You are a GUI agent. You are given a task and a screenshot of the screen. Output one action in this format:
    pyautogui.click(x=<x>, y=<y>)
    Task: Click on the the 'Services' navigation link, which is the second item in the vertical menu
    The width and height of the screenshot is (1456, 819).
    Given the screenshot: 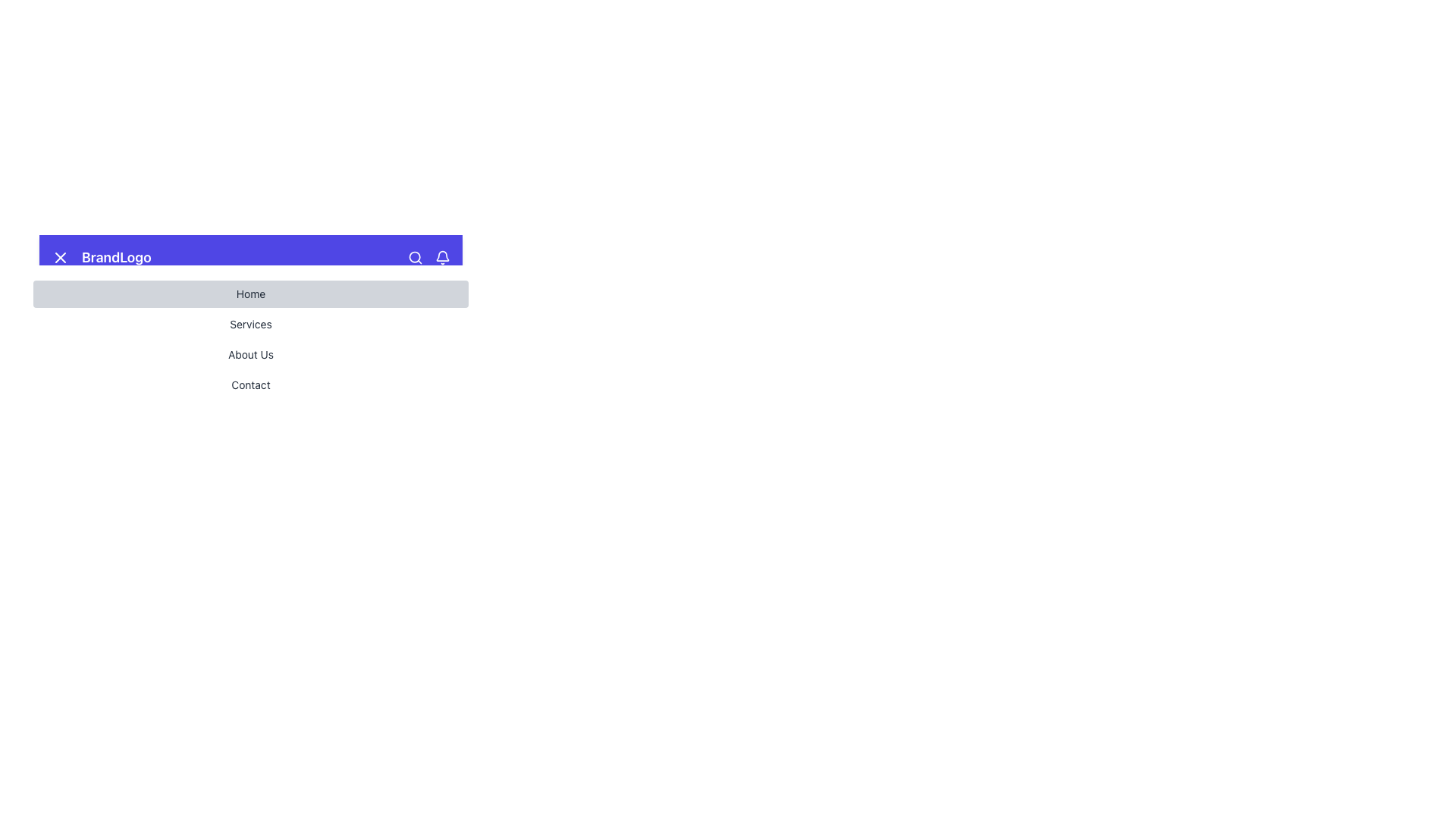 What is the action you would take?
    pyautogui.click(x=251, y=324)
    